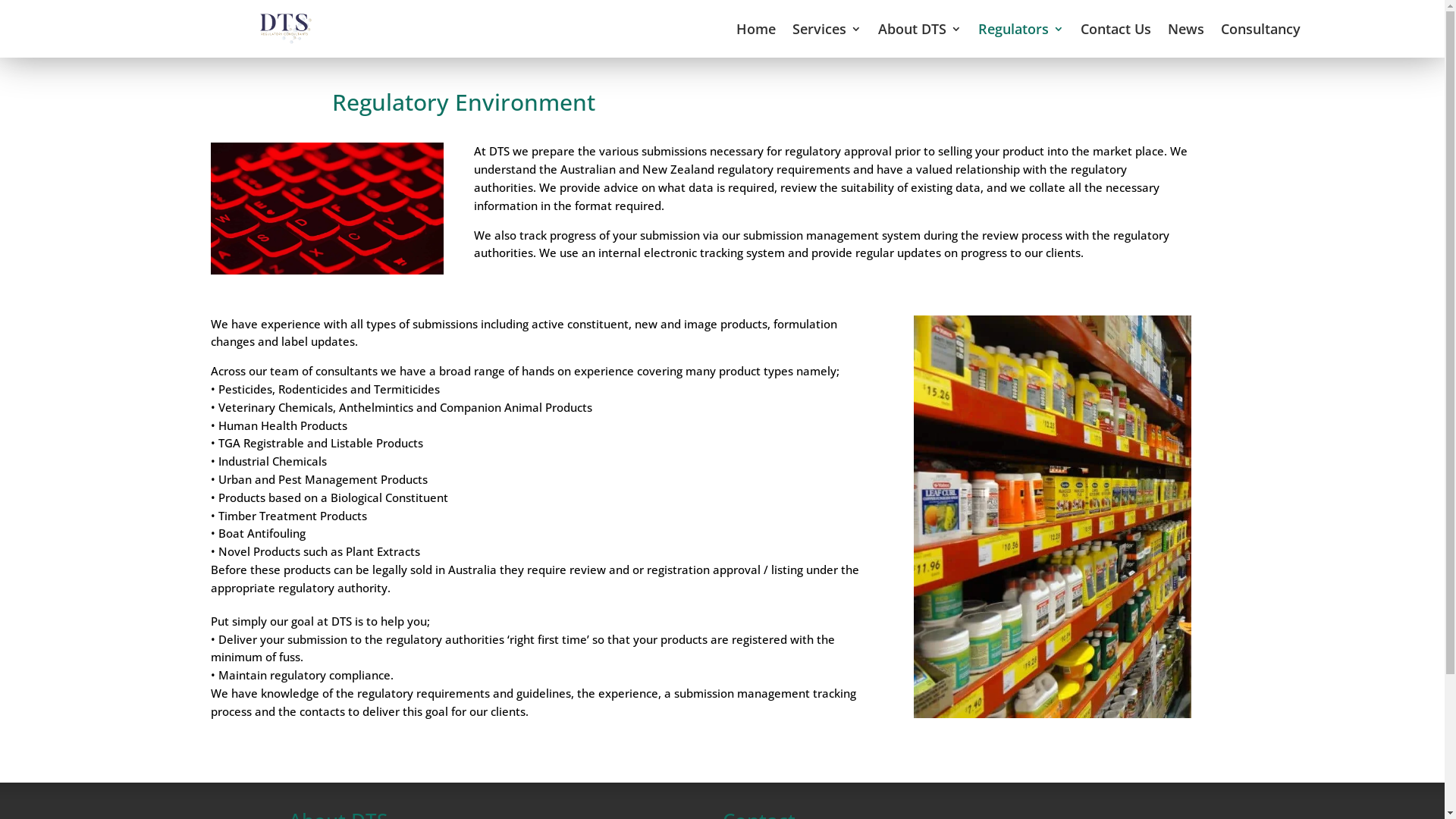 The height and width of the screenshot is (819, 1456). I want to click on 'taskin-ashiq-464194-unsplash', so click(326, 208).